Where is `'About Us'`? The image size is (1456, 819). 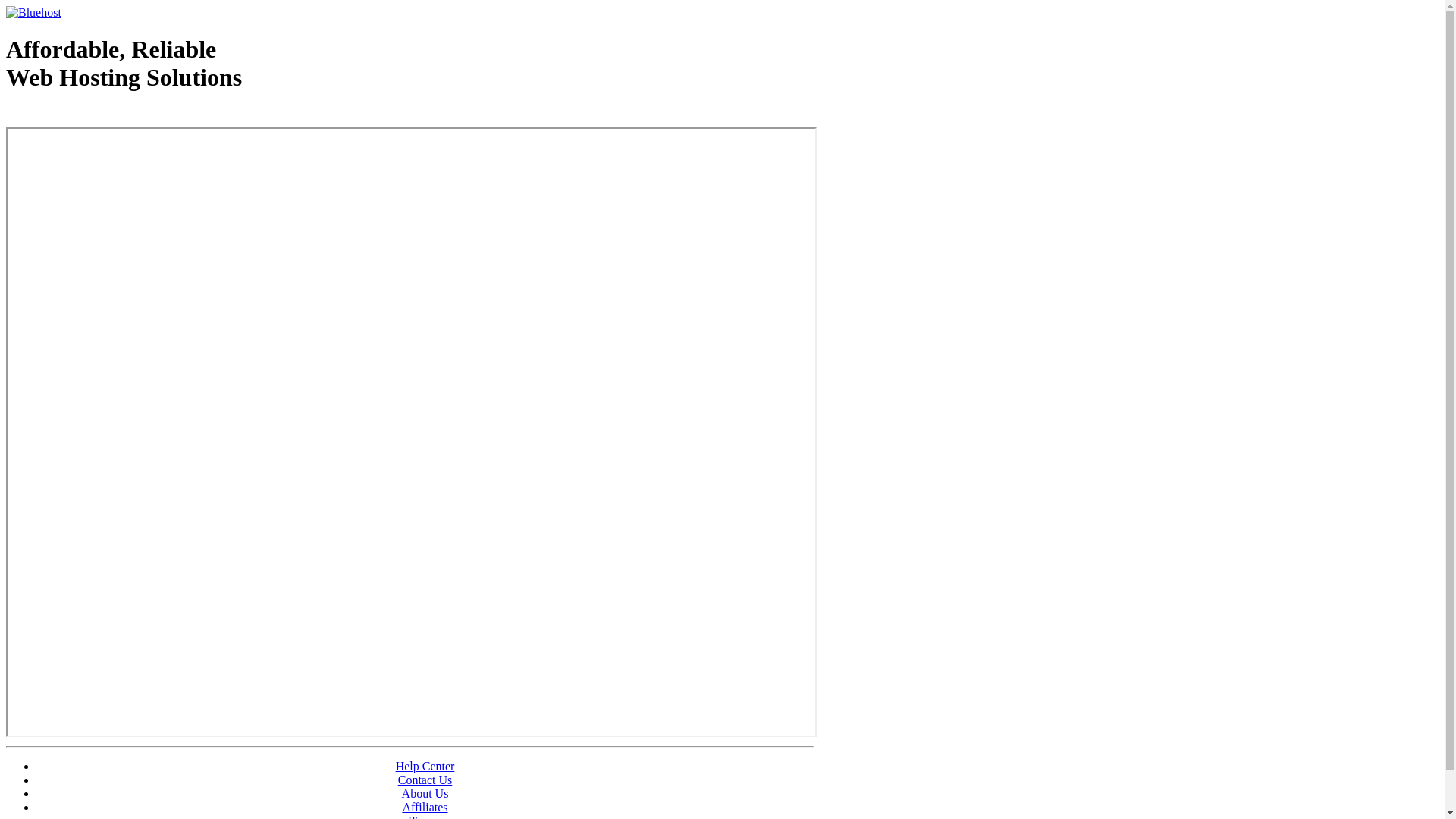
'About Us' is located at coordinates (425, 792).